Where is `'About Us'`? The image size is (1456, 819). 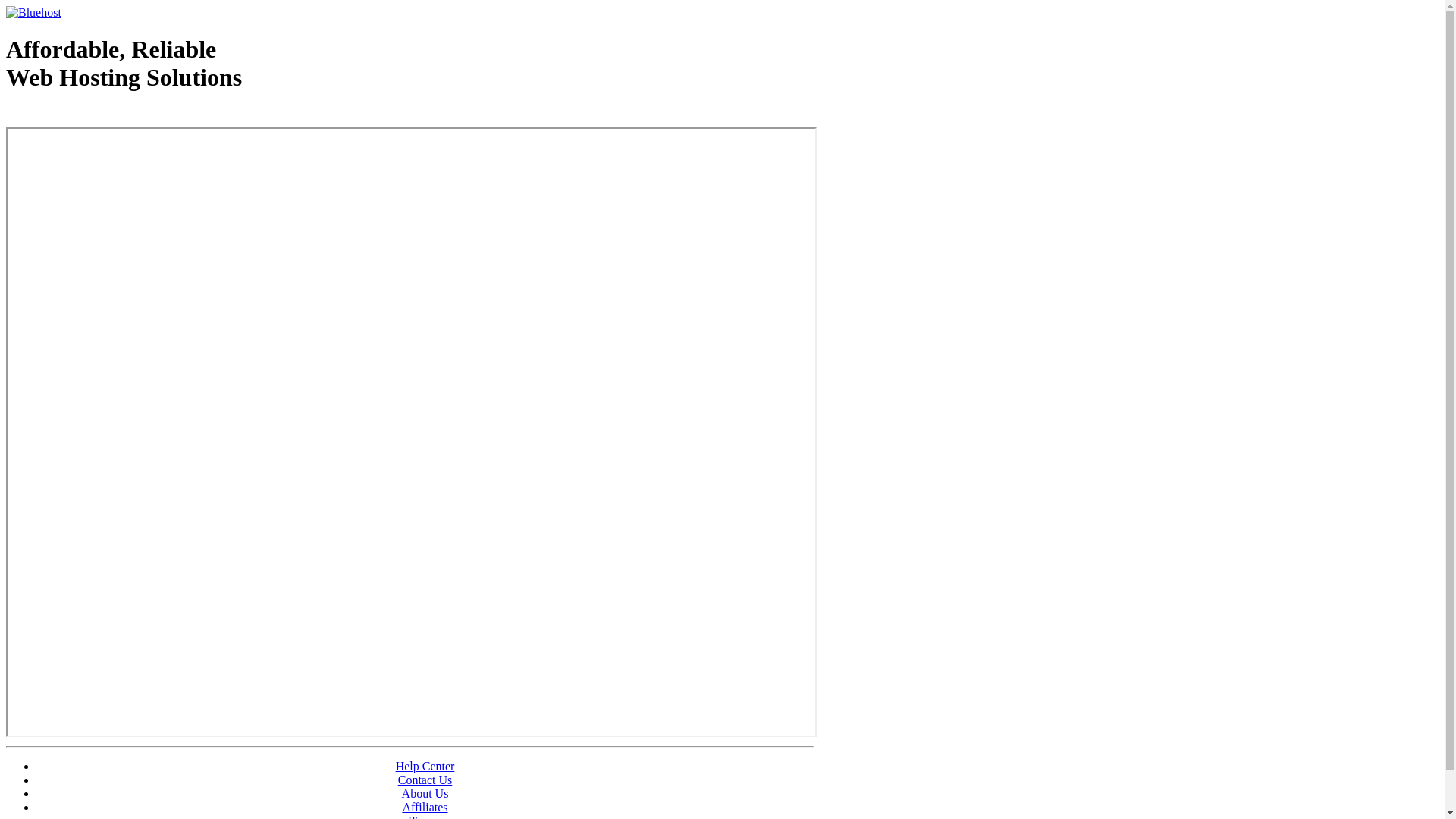
'About Us' is located at coordinates (425, 792).